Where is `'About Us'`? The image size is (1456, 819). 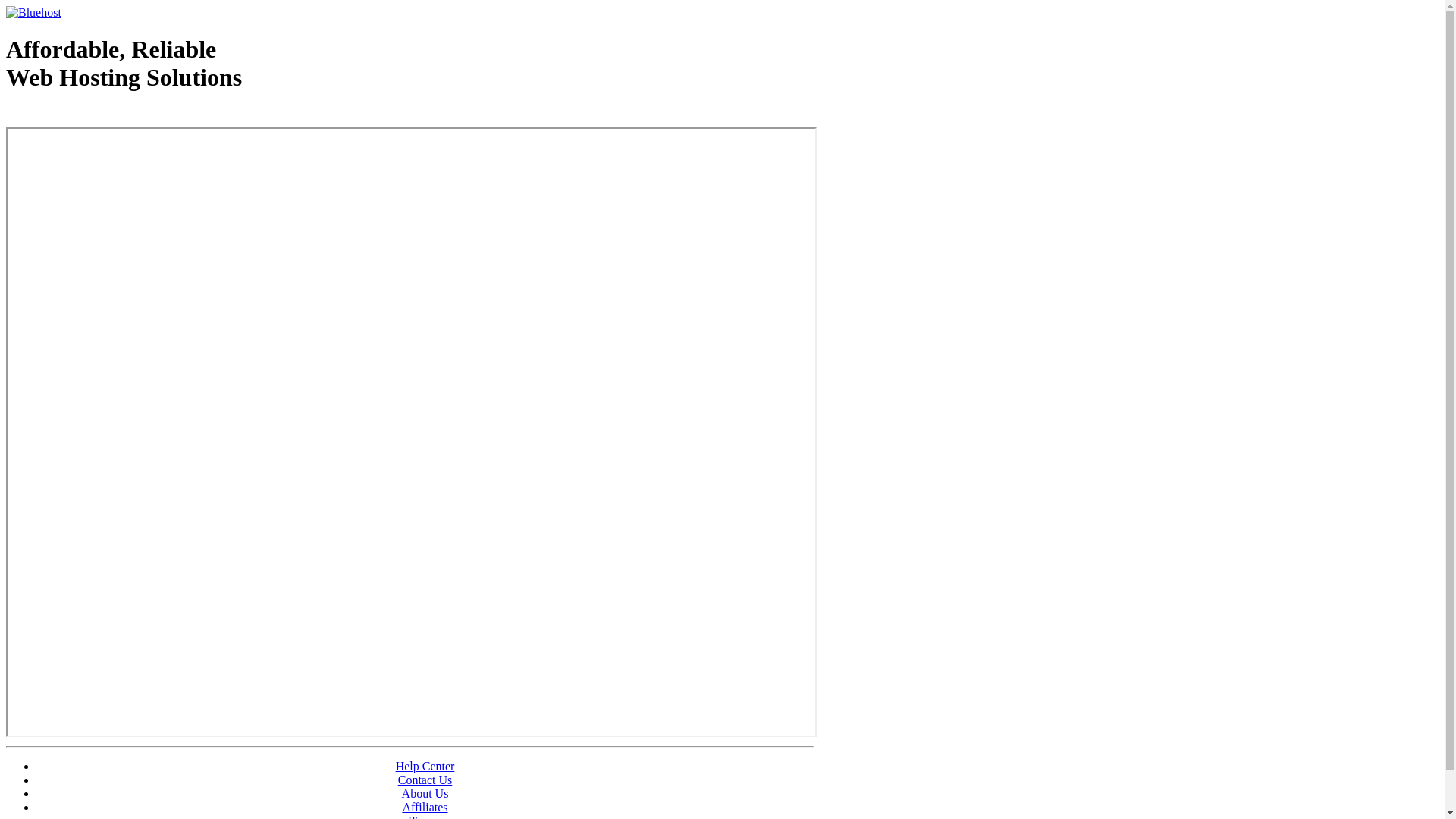
'About Us' is located at coordinates (425, 792).